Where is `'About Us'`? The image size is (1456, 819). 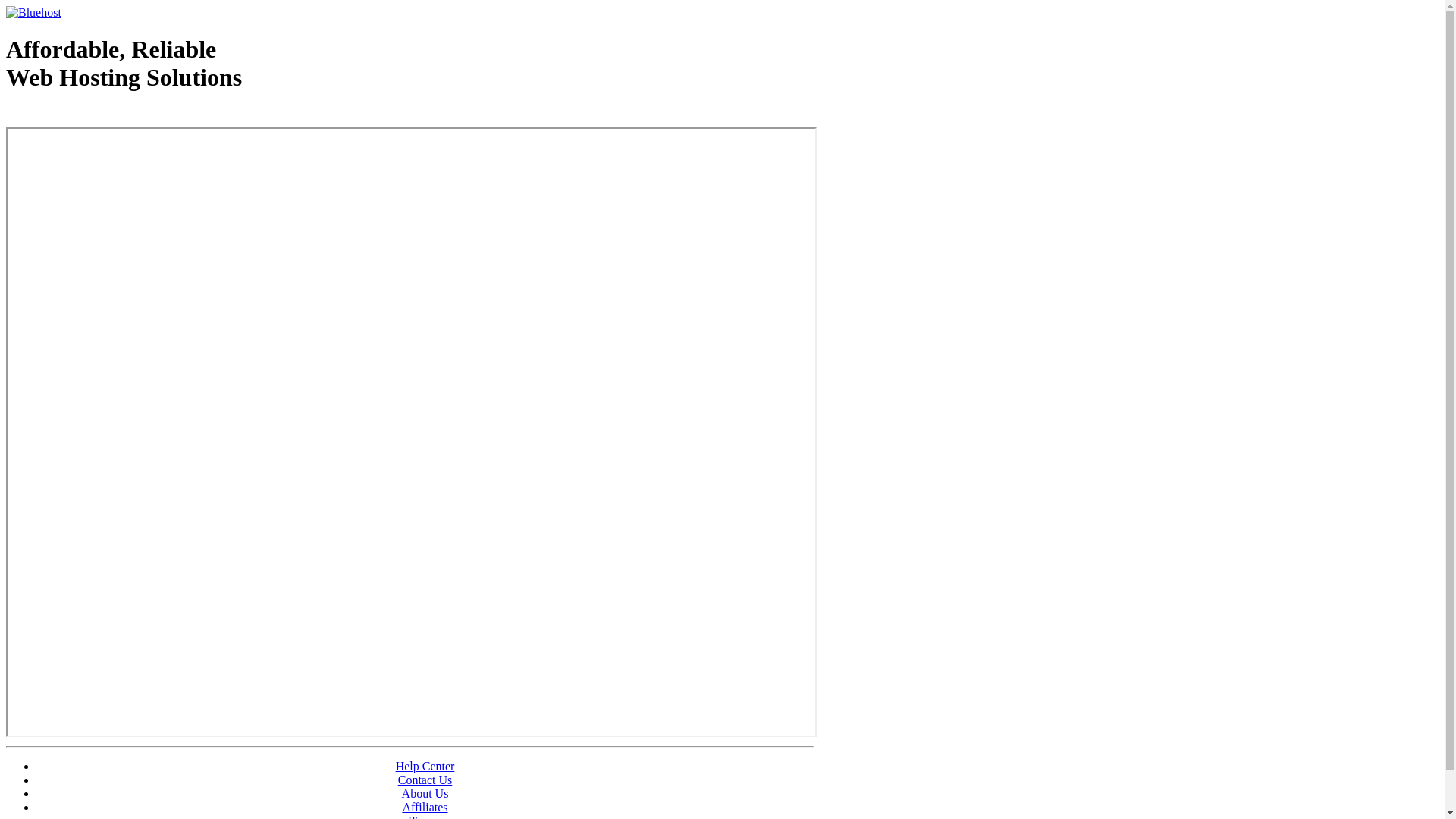
'About Us' is located at coordinates (425, 792).